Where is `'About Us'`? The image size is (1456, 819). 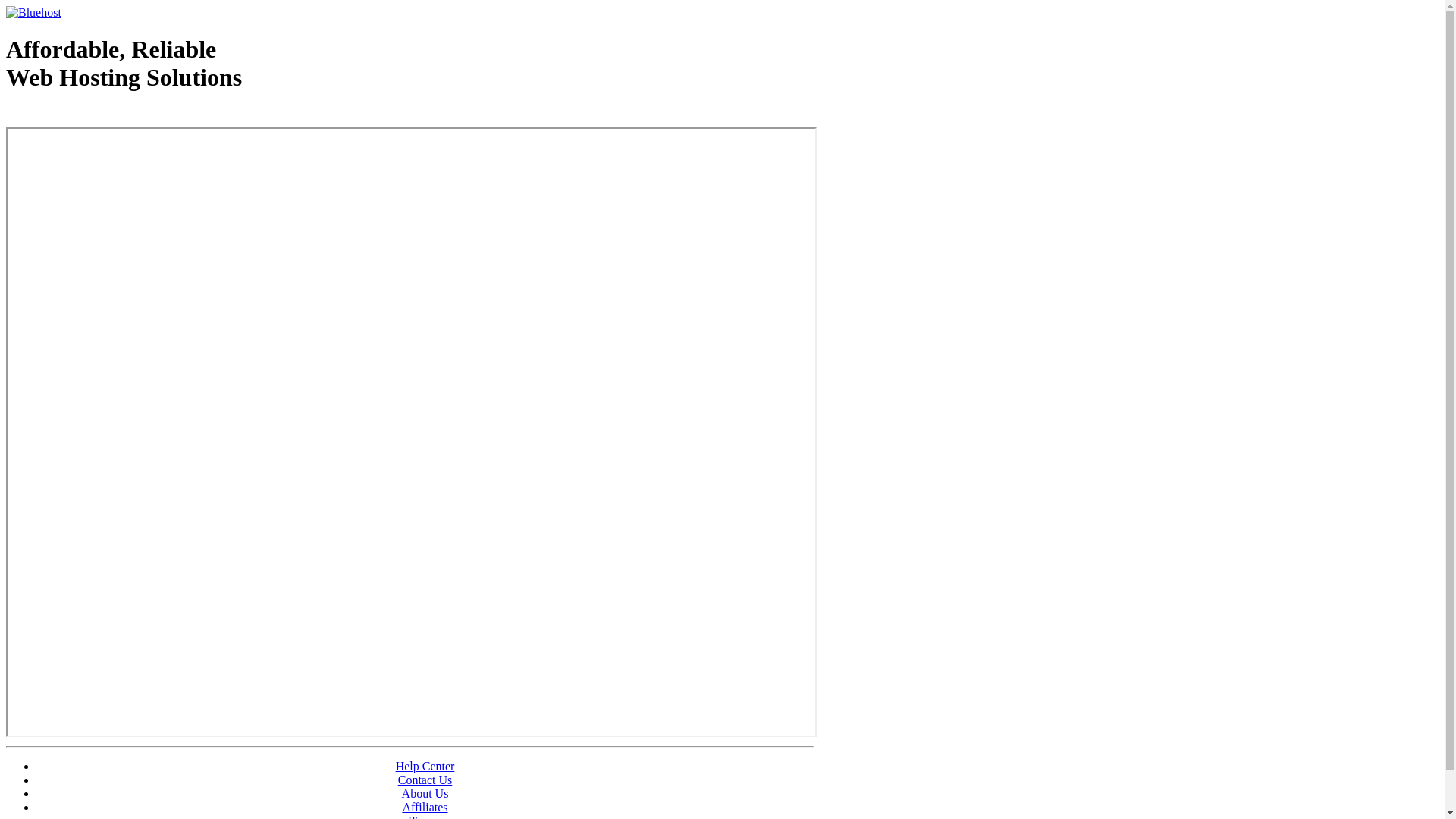
'About Us' is located at coordinates (425, 792).